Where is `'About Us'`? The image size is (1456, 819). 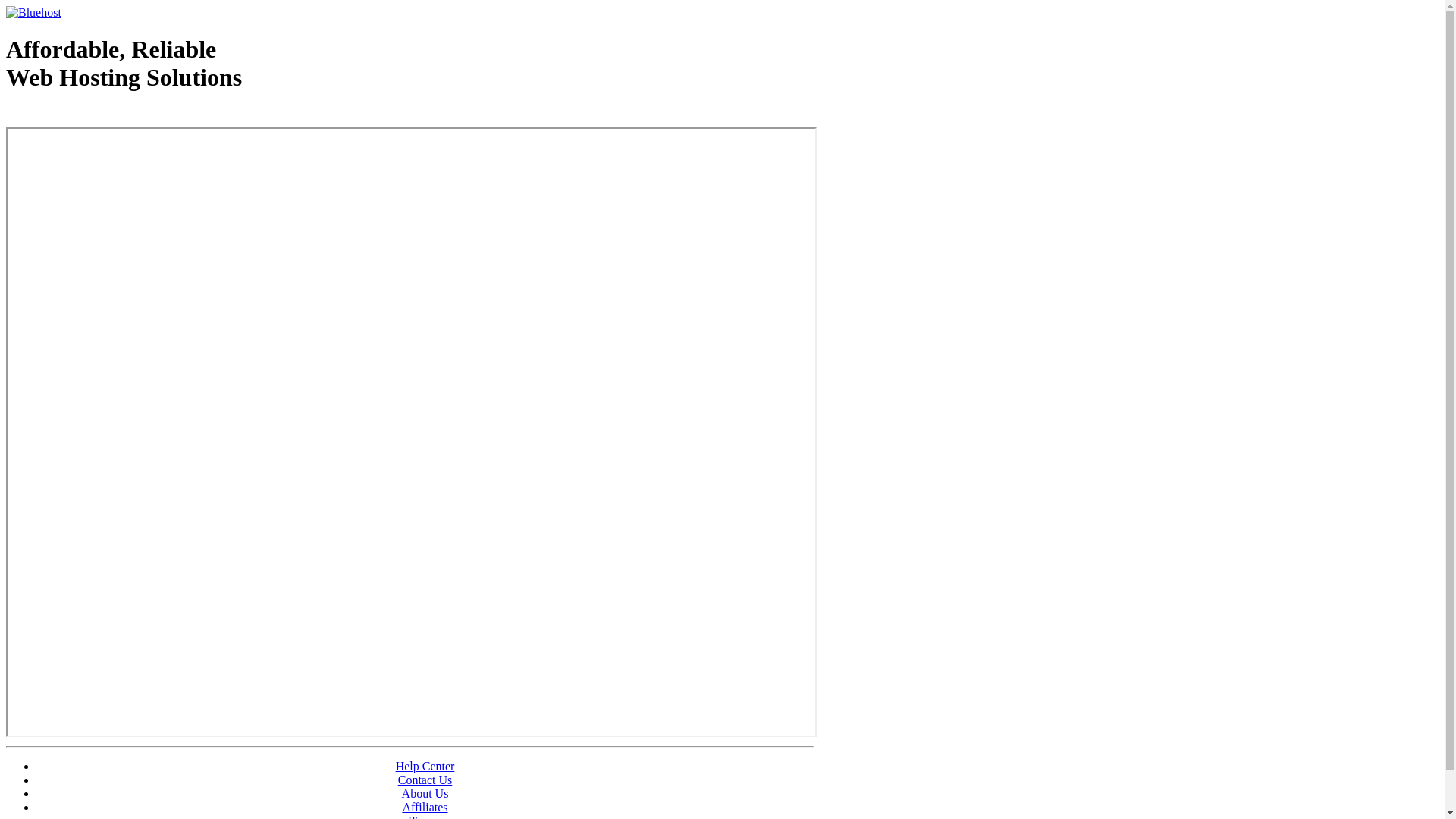
'About Us' is located at coordinates (425, 792).